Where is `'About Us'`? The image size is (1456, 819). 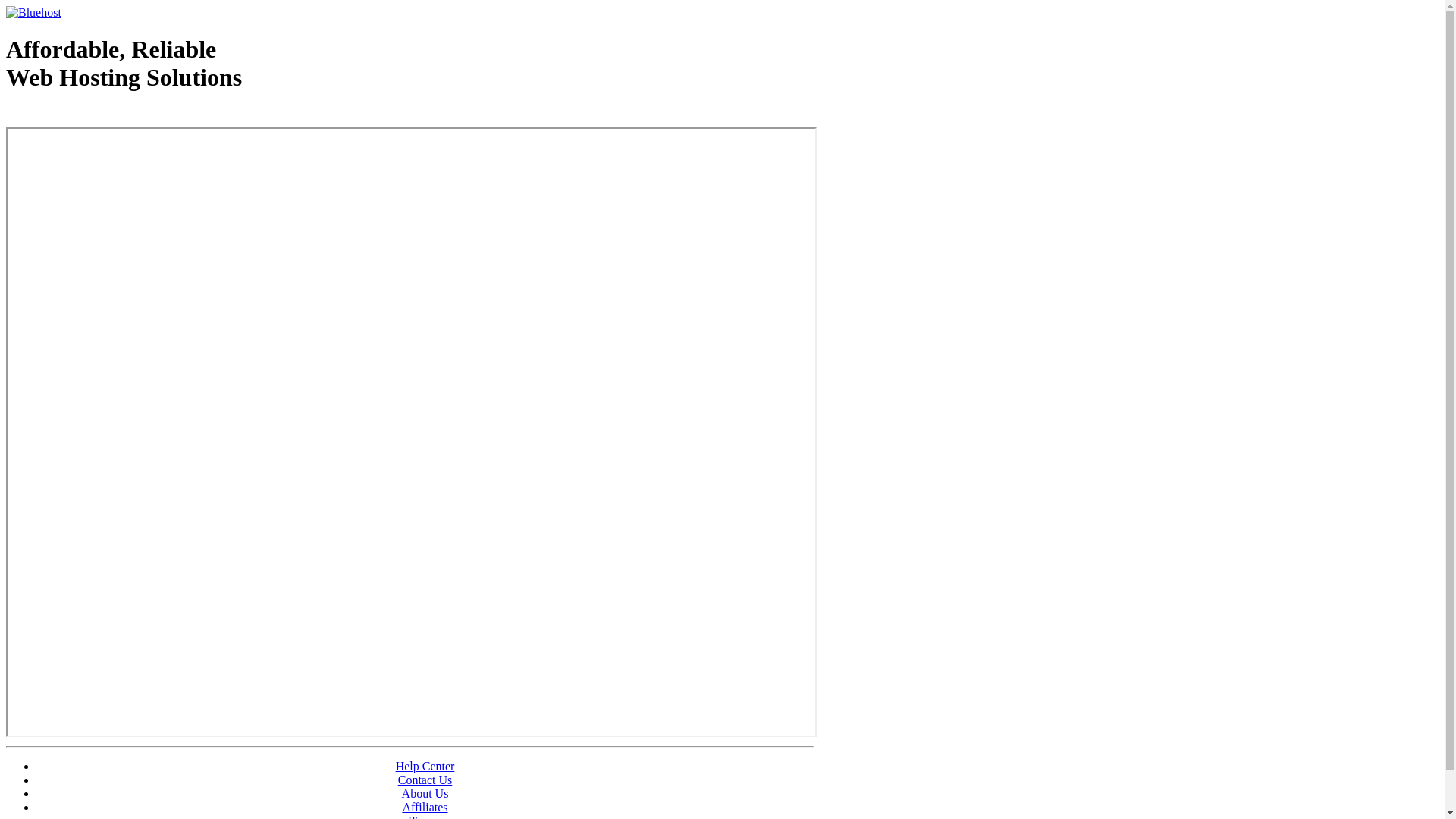
'About Us' is located at coordinates (425, 792).